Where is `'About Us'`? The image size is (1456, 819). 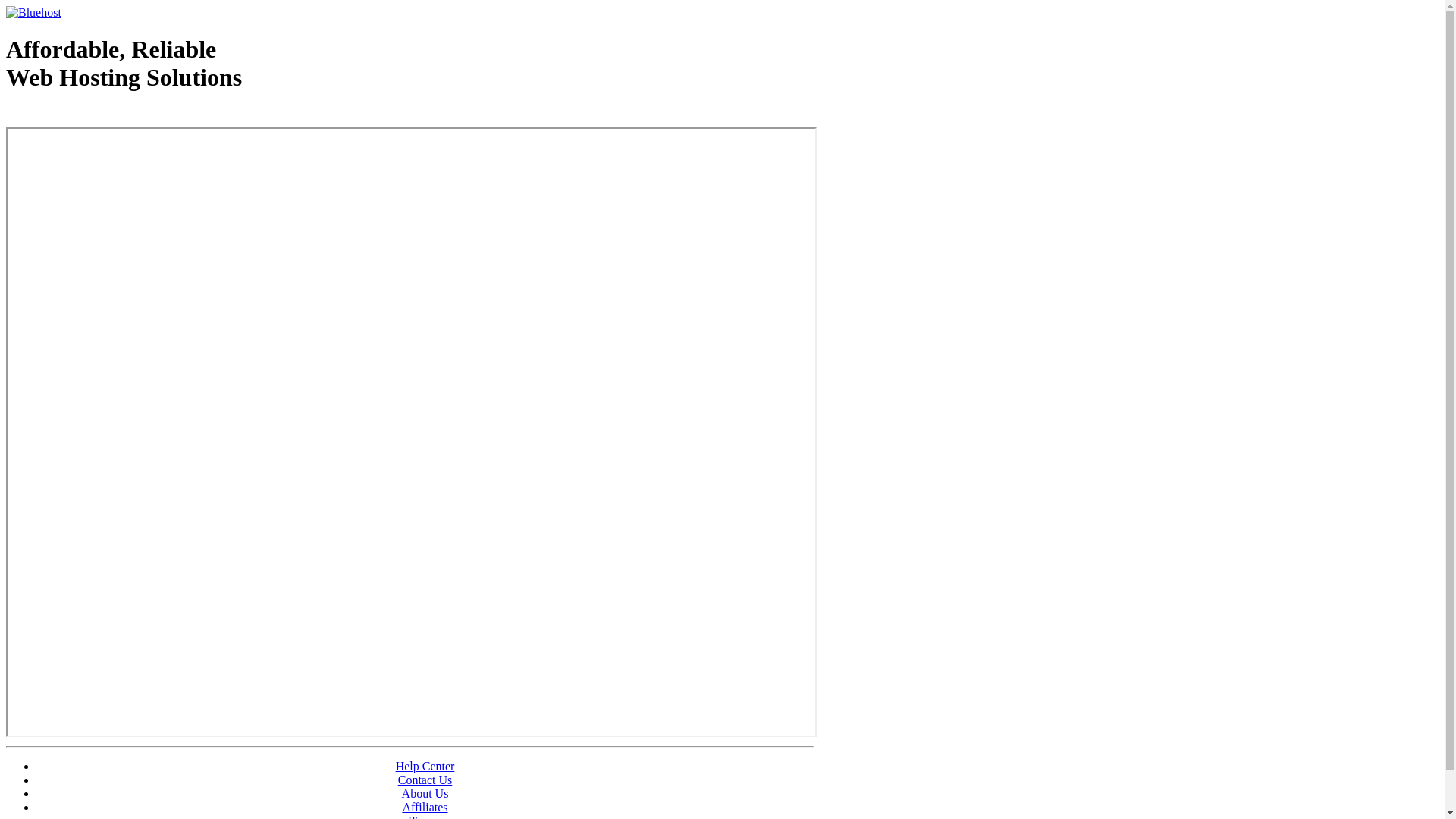
'About Us' is located at coordinates (425, 792).